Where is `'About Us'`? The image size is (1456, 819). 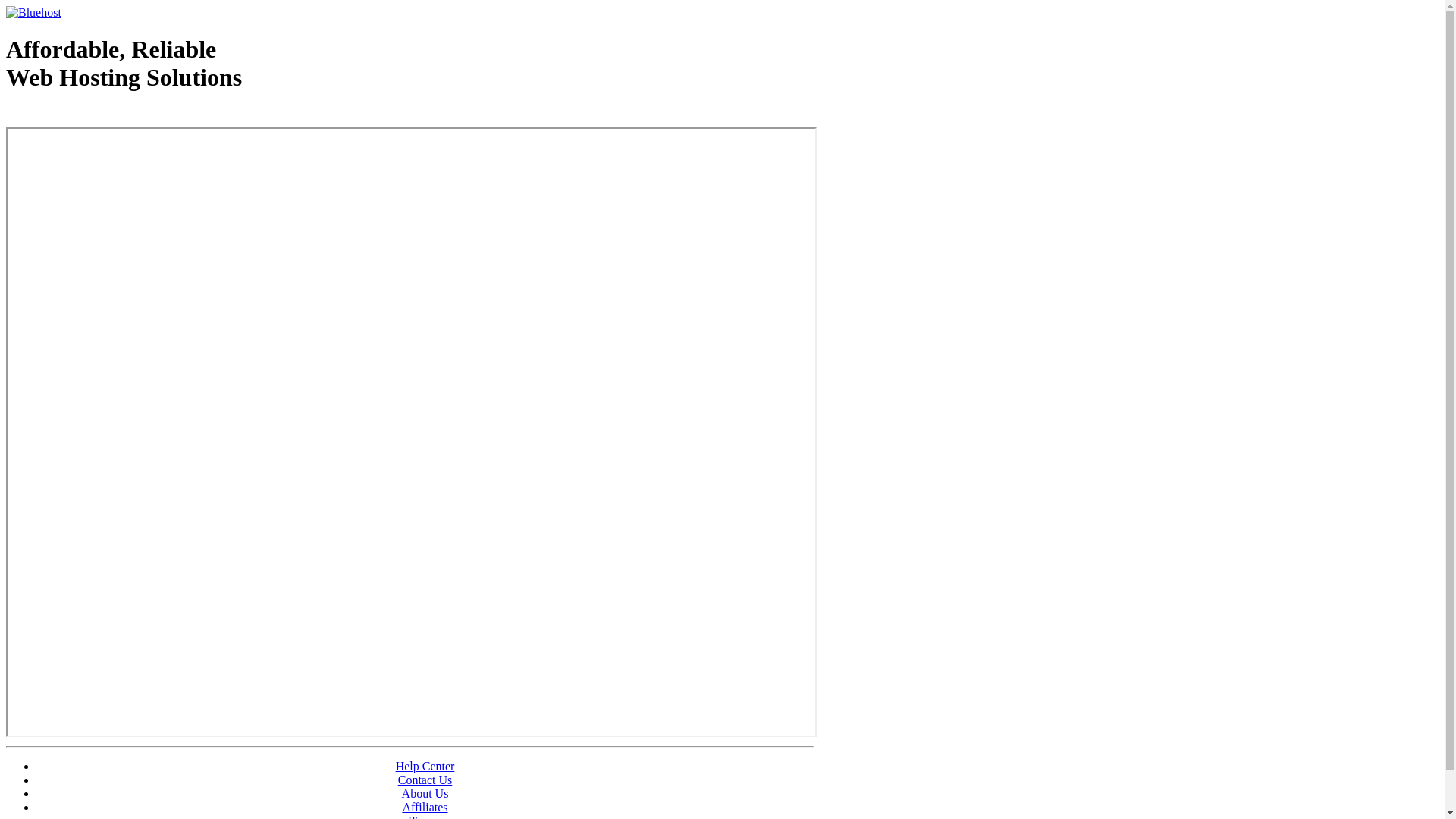
'About Us' is located at coordinates (425, 792).